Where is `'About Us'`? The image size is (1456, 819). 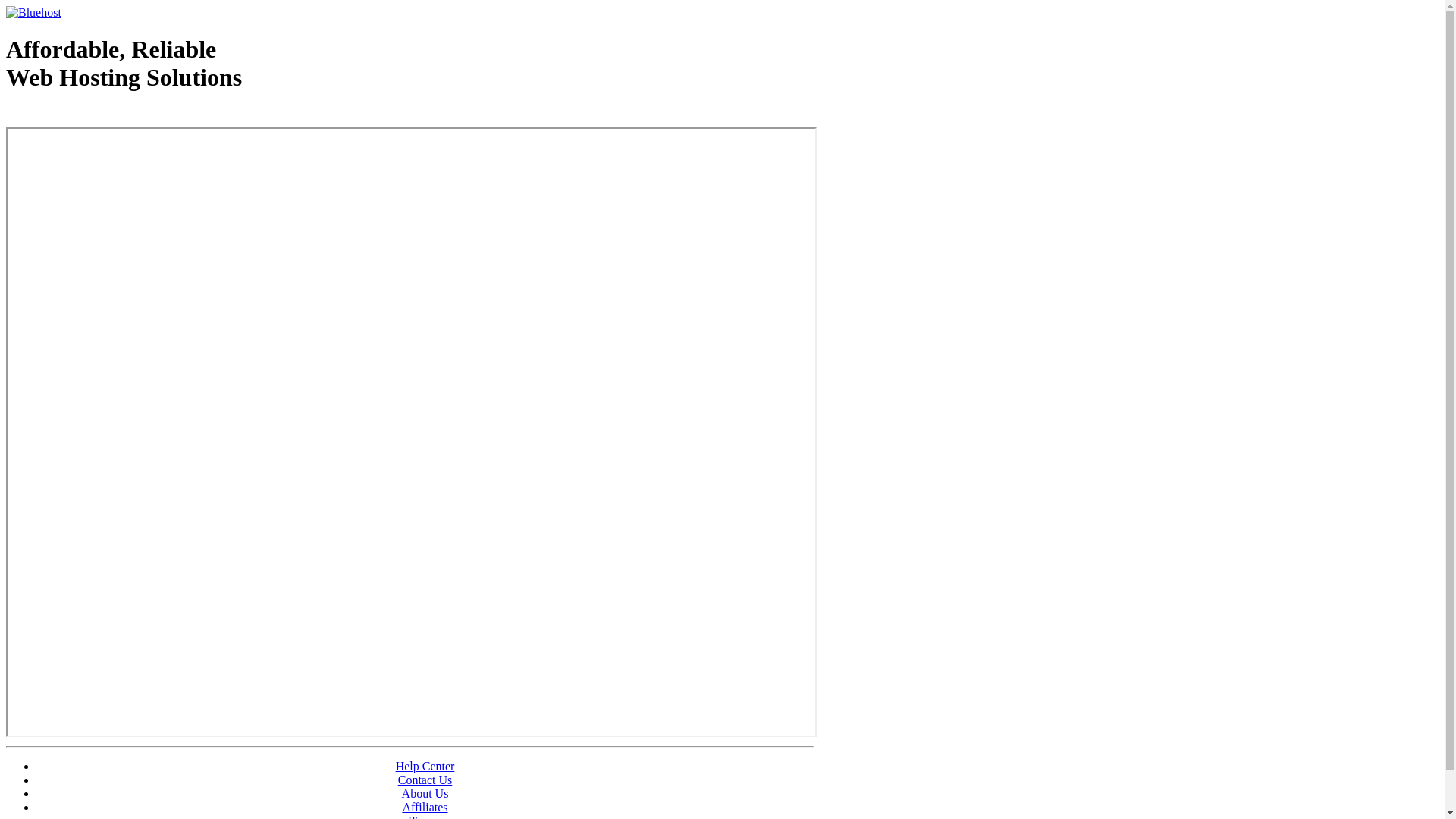
'About Us' is located at coordinates (425, 792).